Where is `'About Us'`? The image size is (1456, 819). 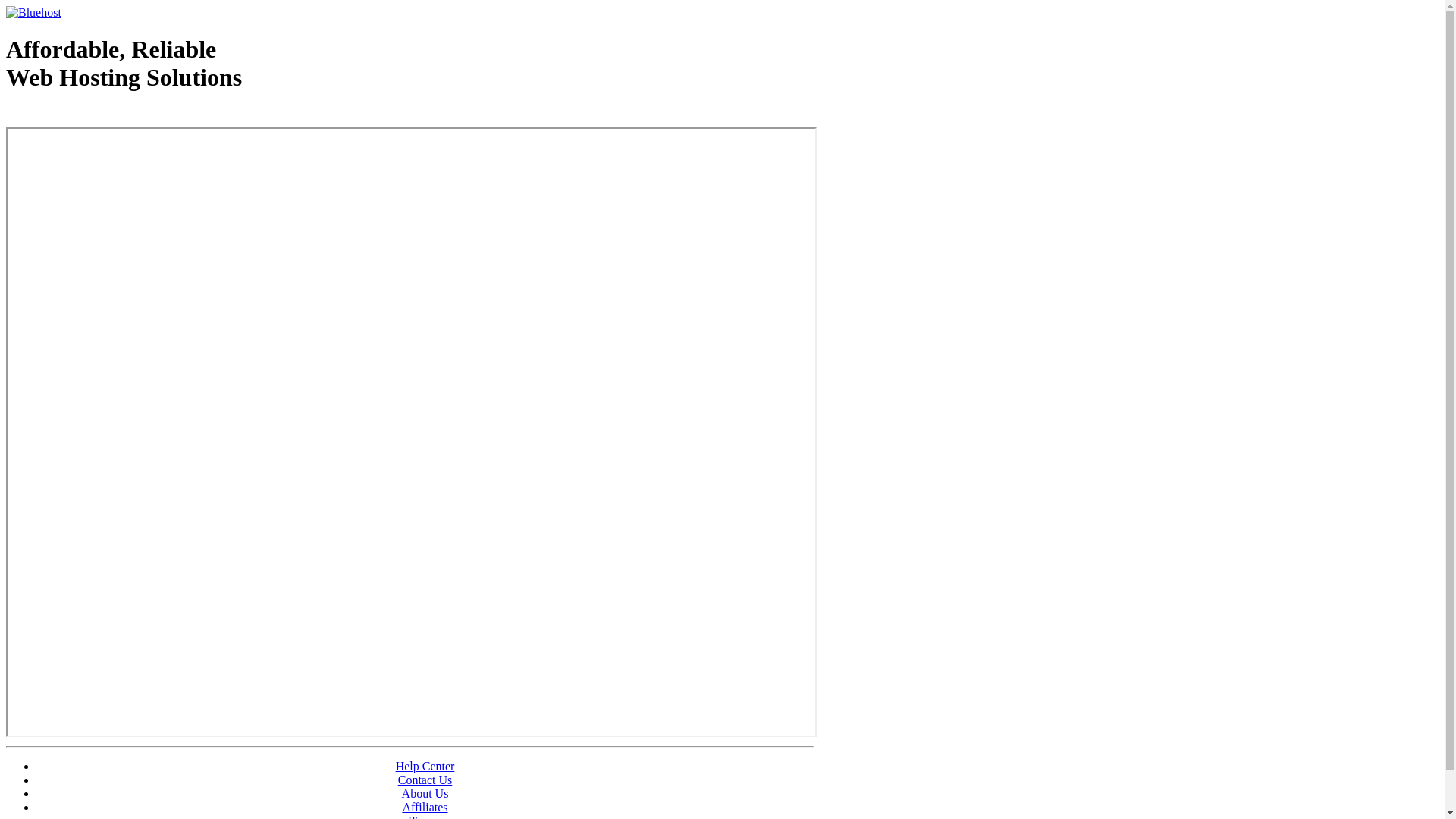
'About Us' is located at coordinates (425, 792).